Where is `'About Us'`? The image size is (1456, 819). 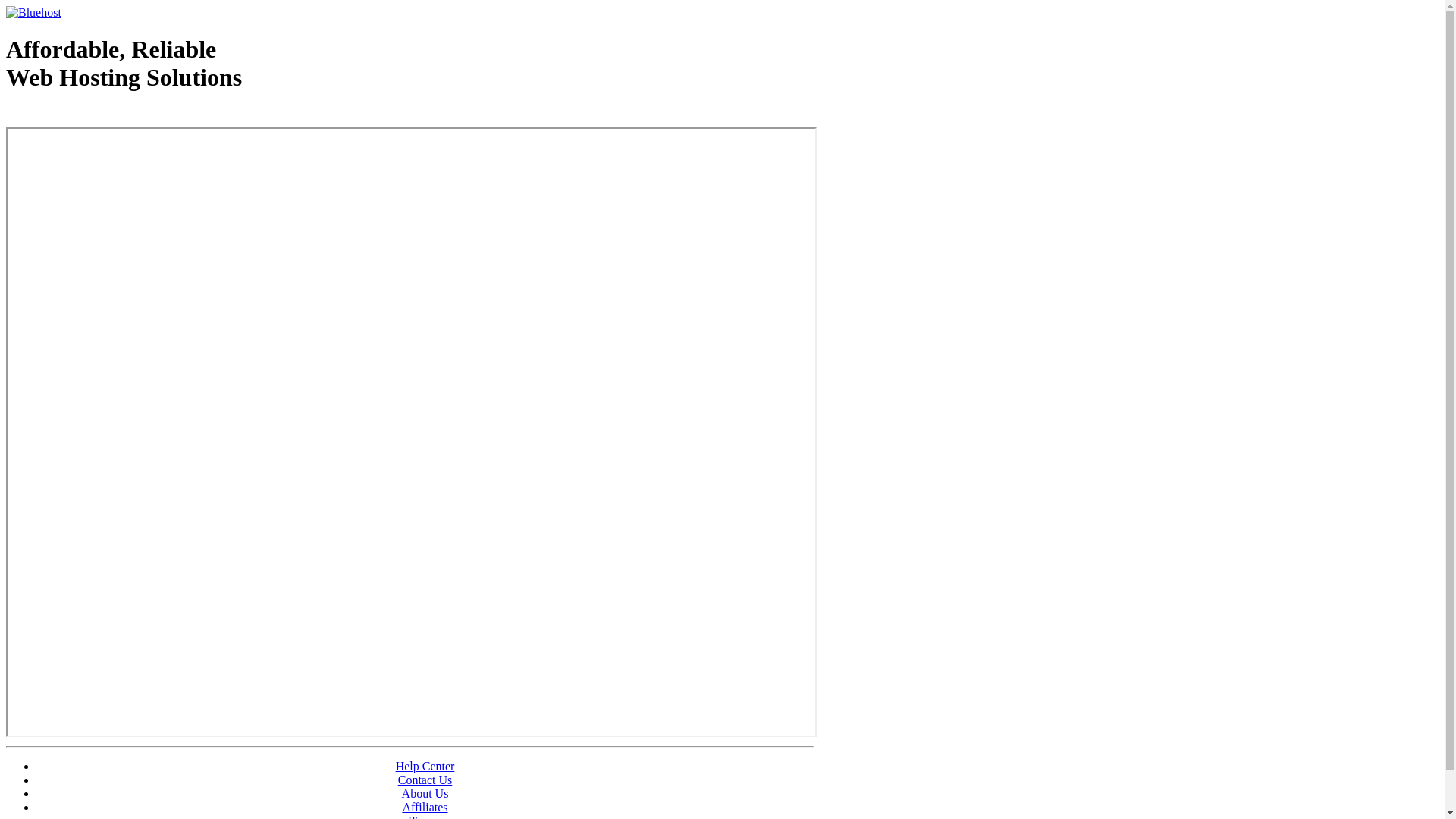
'About Us' is located at coordinates (425, 792).